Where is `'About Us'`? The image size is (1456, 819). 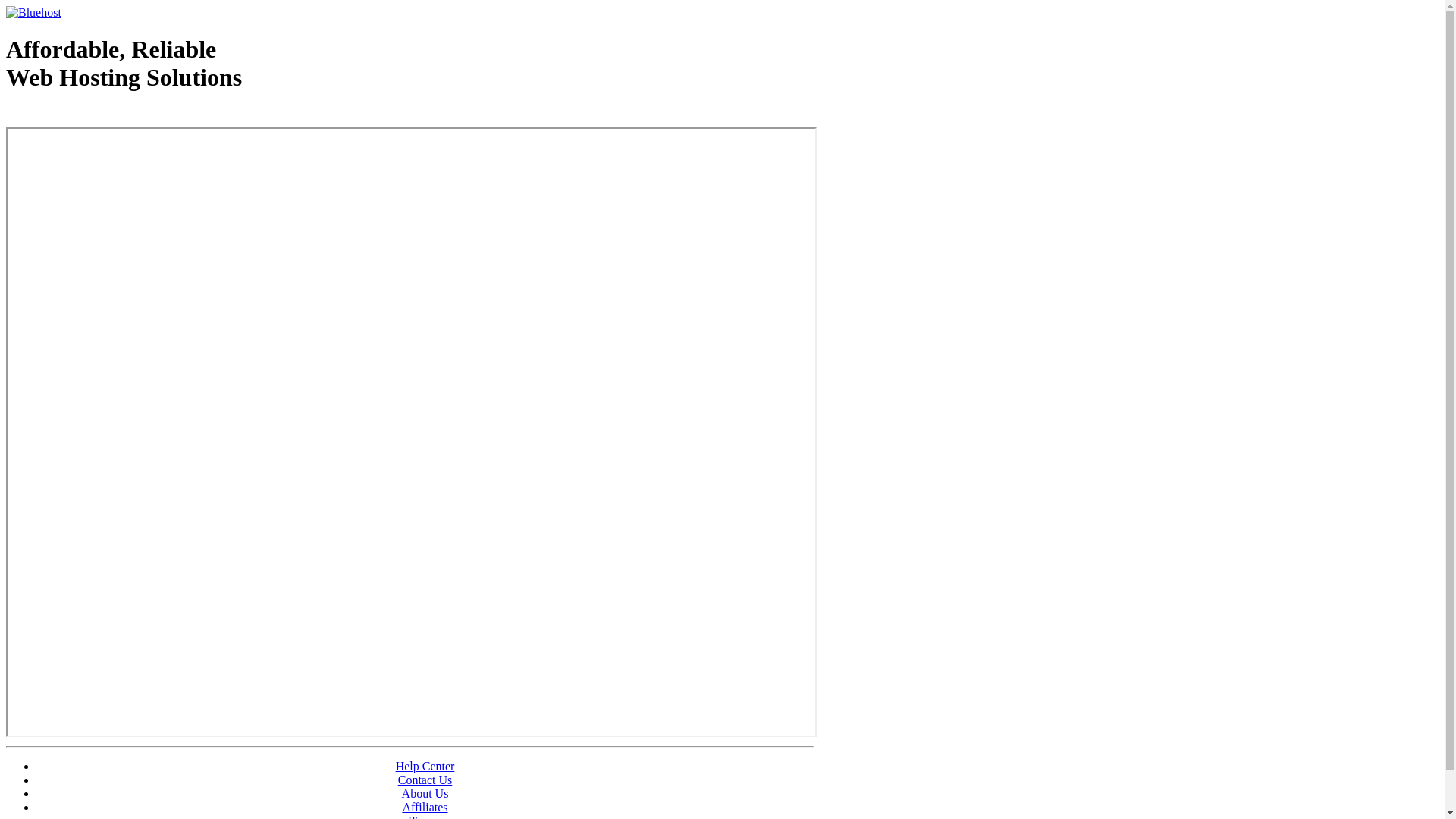
'About Us' is located at coordinates (425, 792).